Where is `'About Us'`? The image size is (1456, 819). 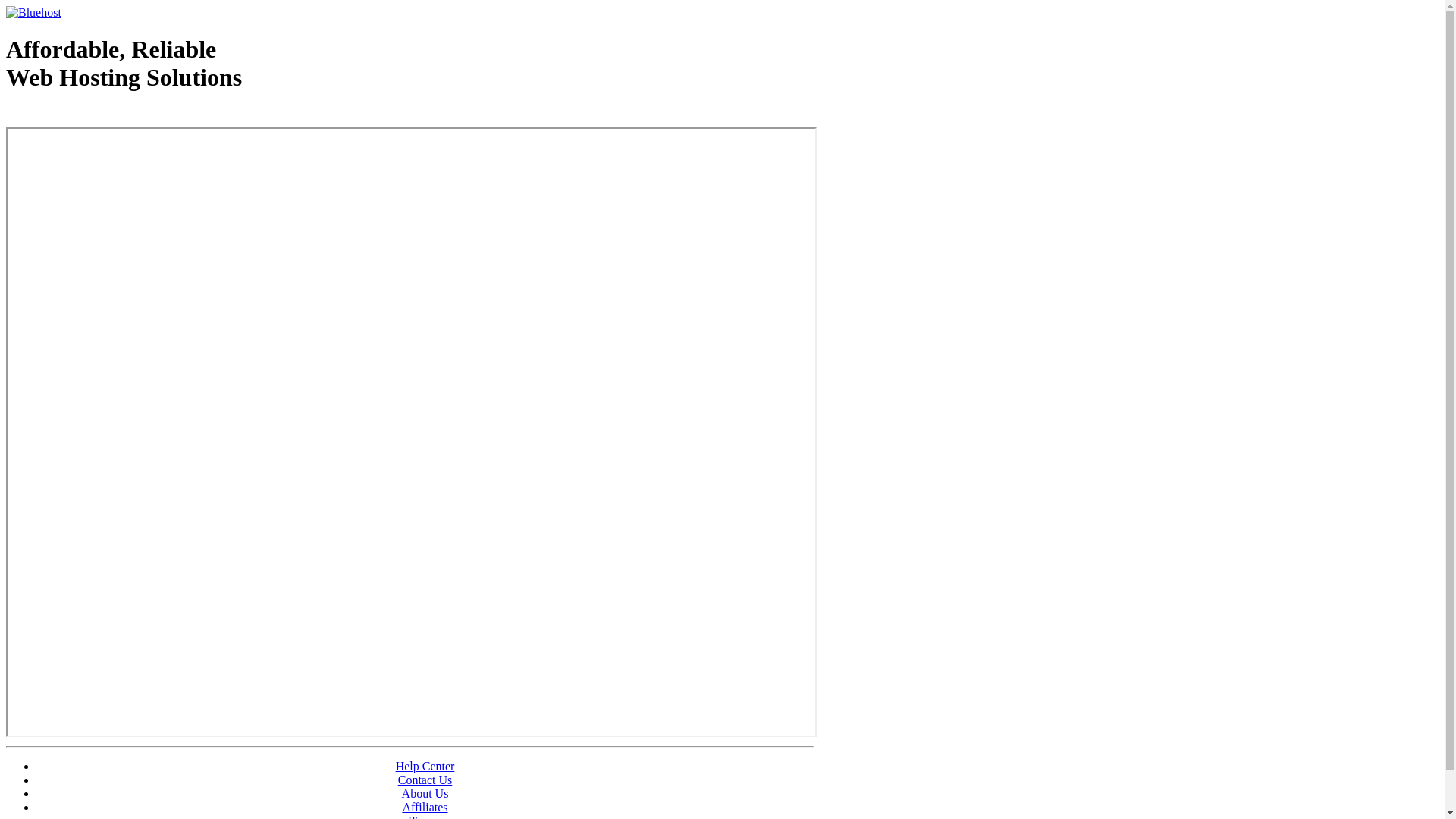
'About Us' is located at coordinates (425, 792).